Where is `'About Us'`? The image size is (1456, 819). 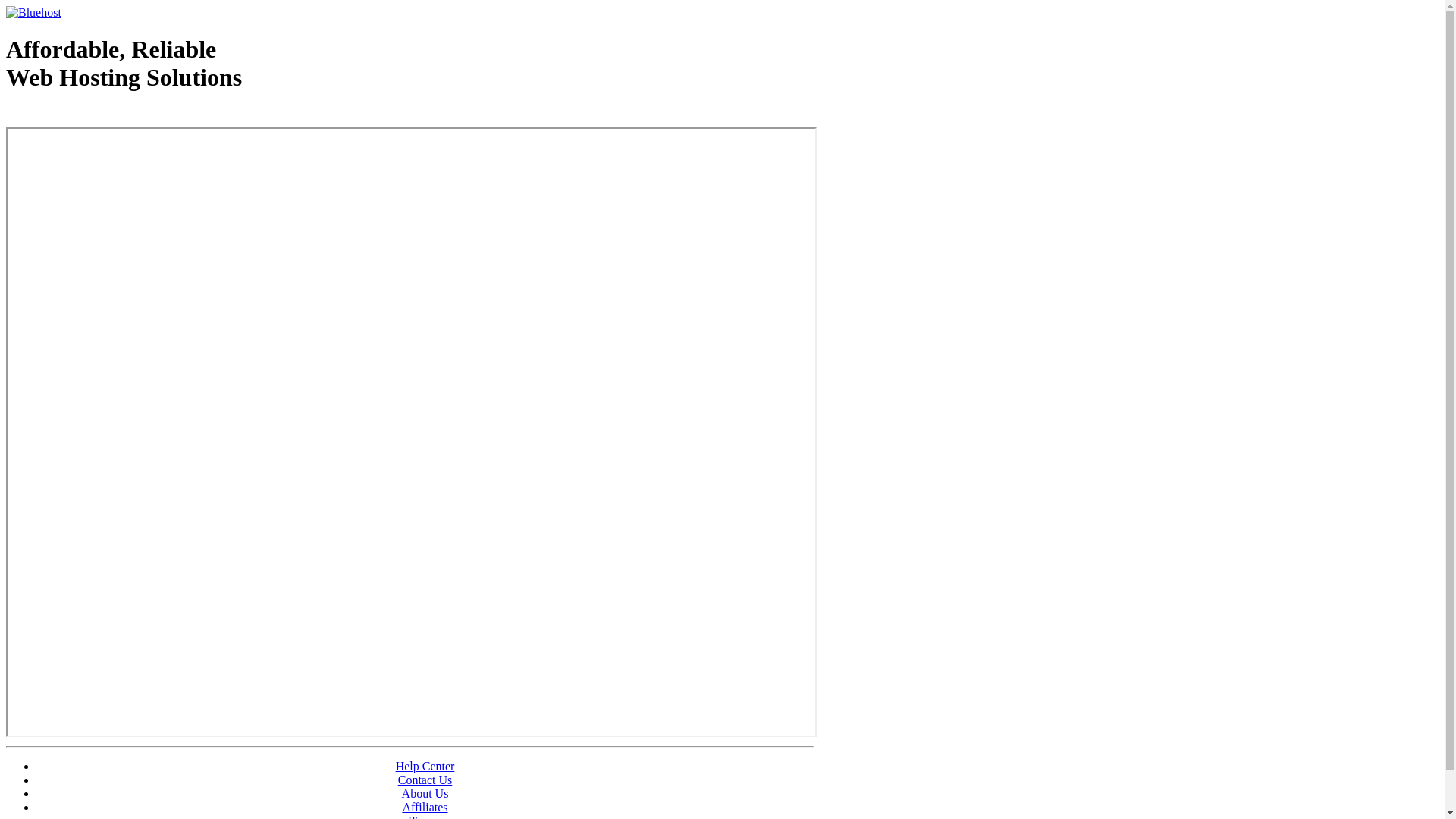
'About Us' is located at coordinates (425, 792).